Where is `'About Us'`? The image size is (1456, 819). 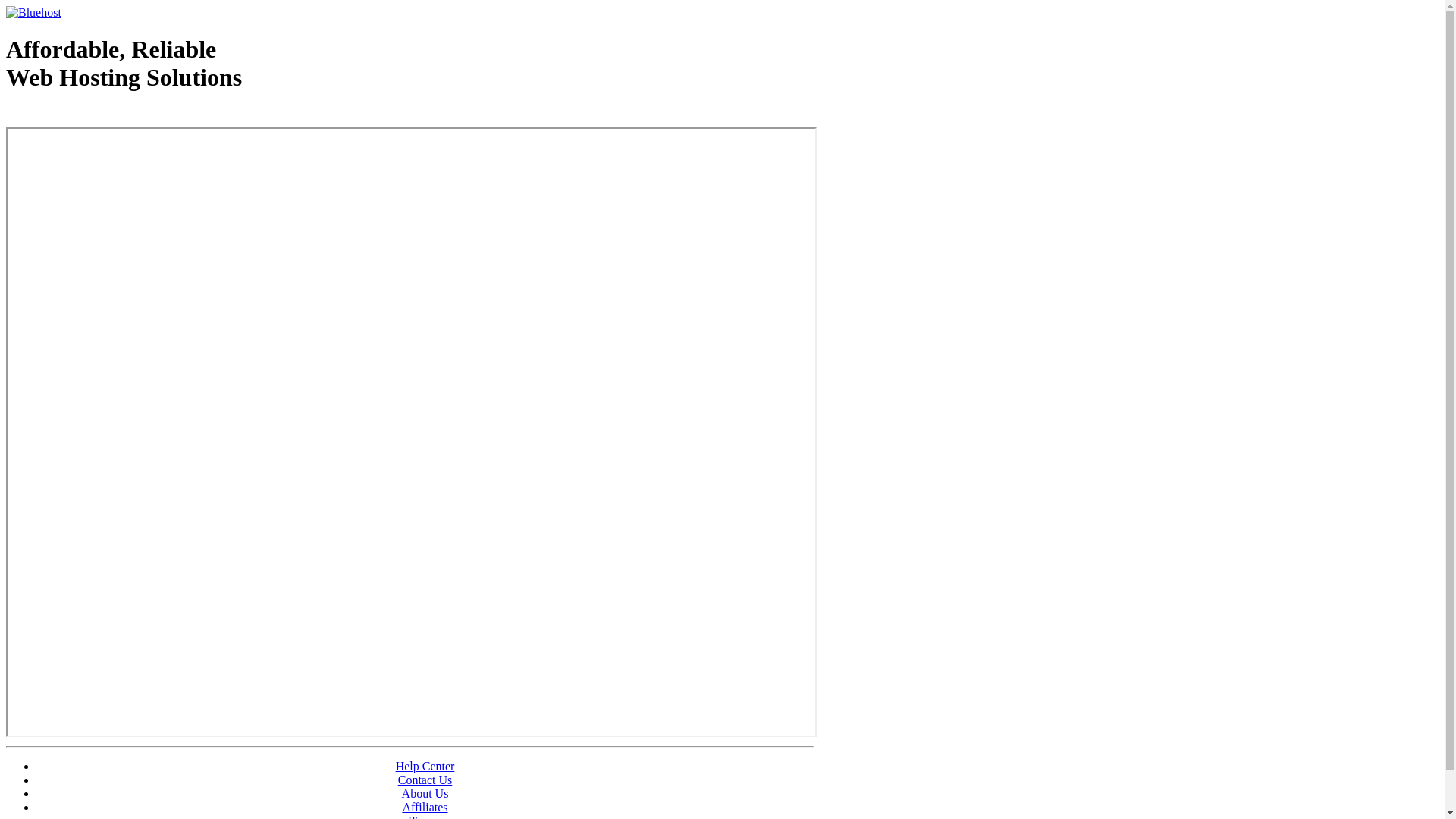
'About Us' is located at coordinates (425, 792).